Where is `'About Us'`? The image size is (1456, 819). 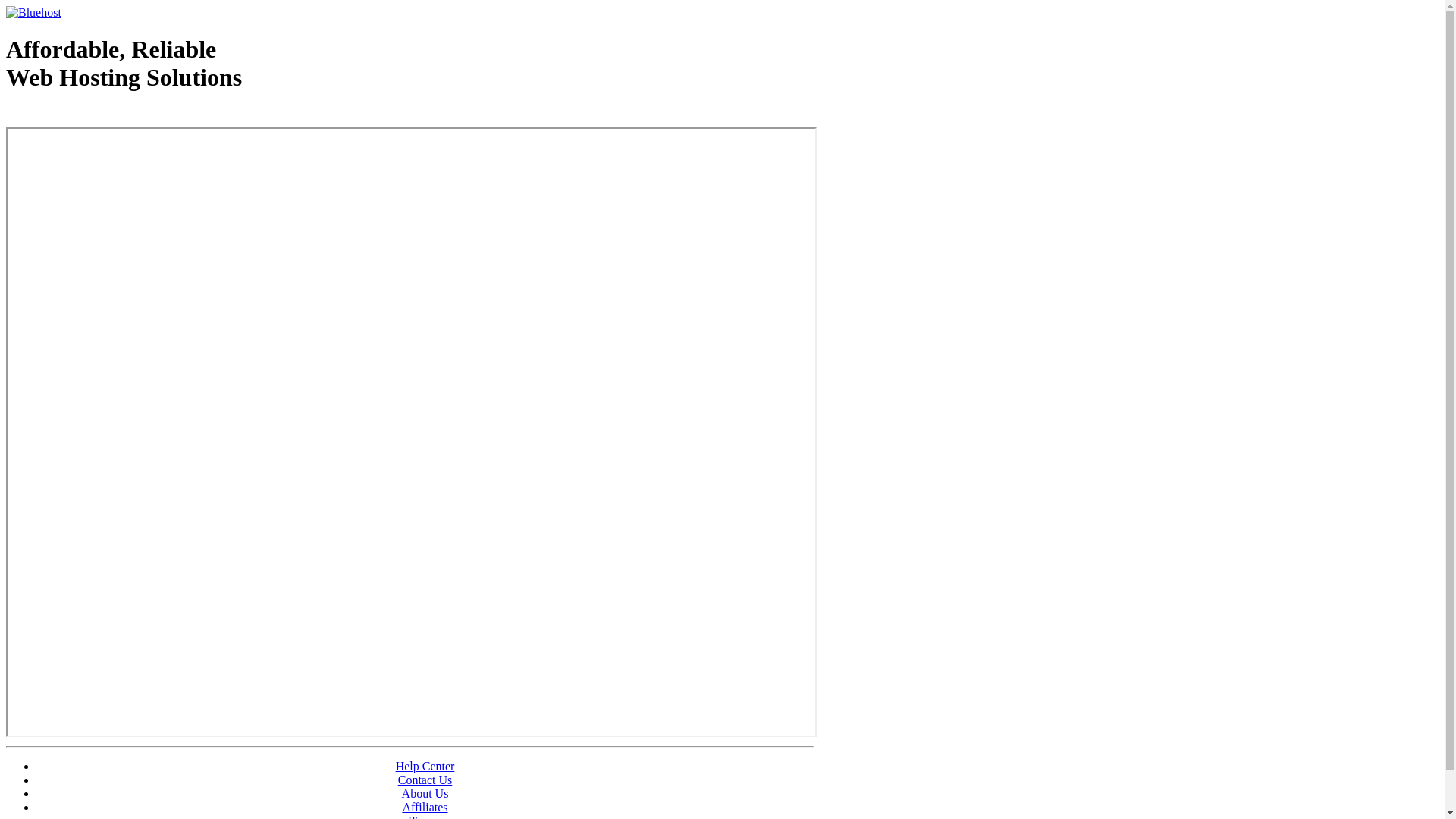
'About Us' is located at coordinates (425, 792).